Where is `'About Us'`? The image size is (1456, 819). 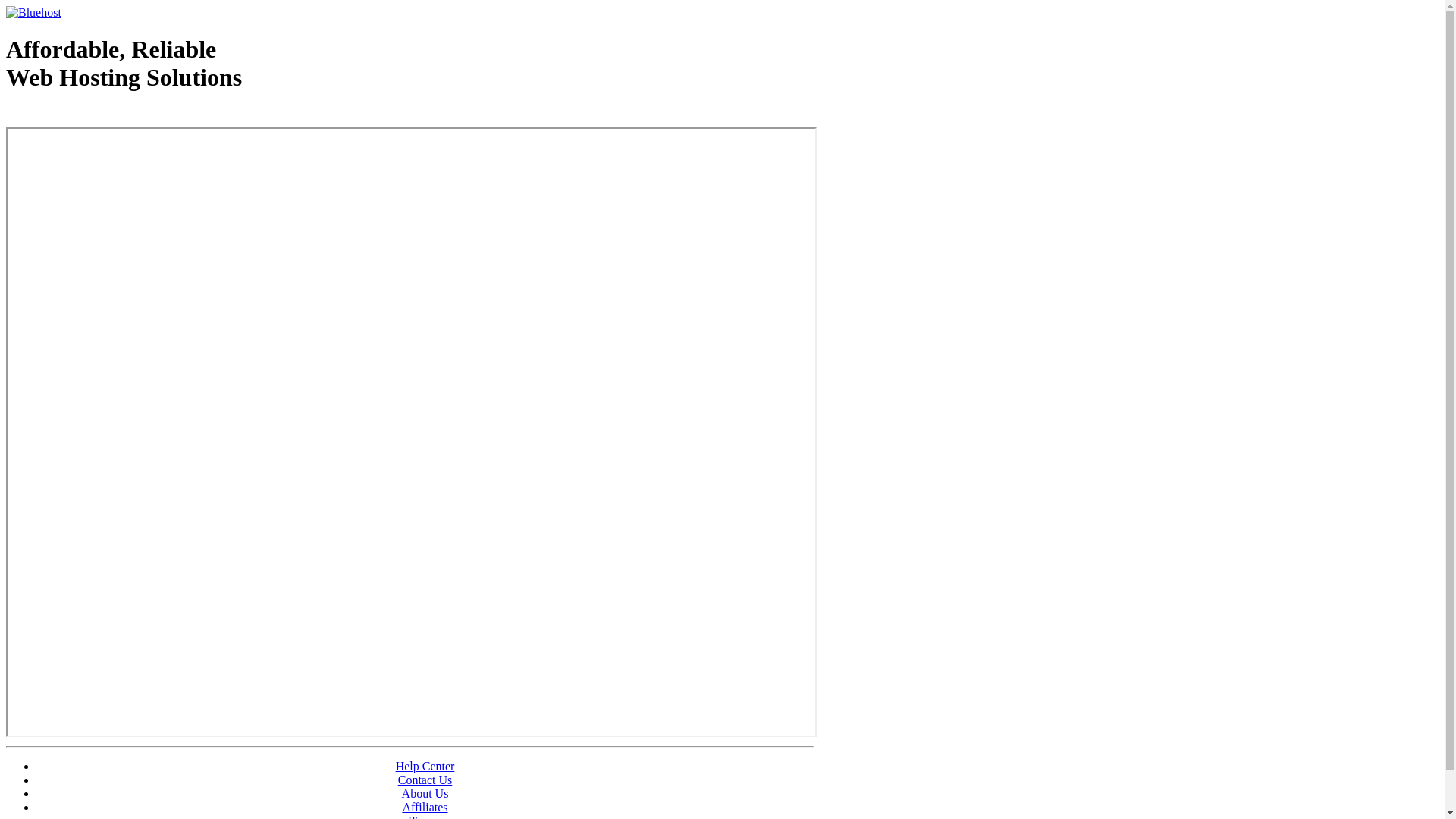
'About Us' is located at coordinates (425, 792).